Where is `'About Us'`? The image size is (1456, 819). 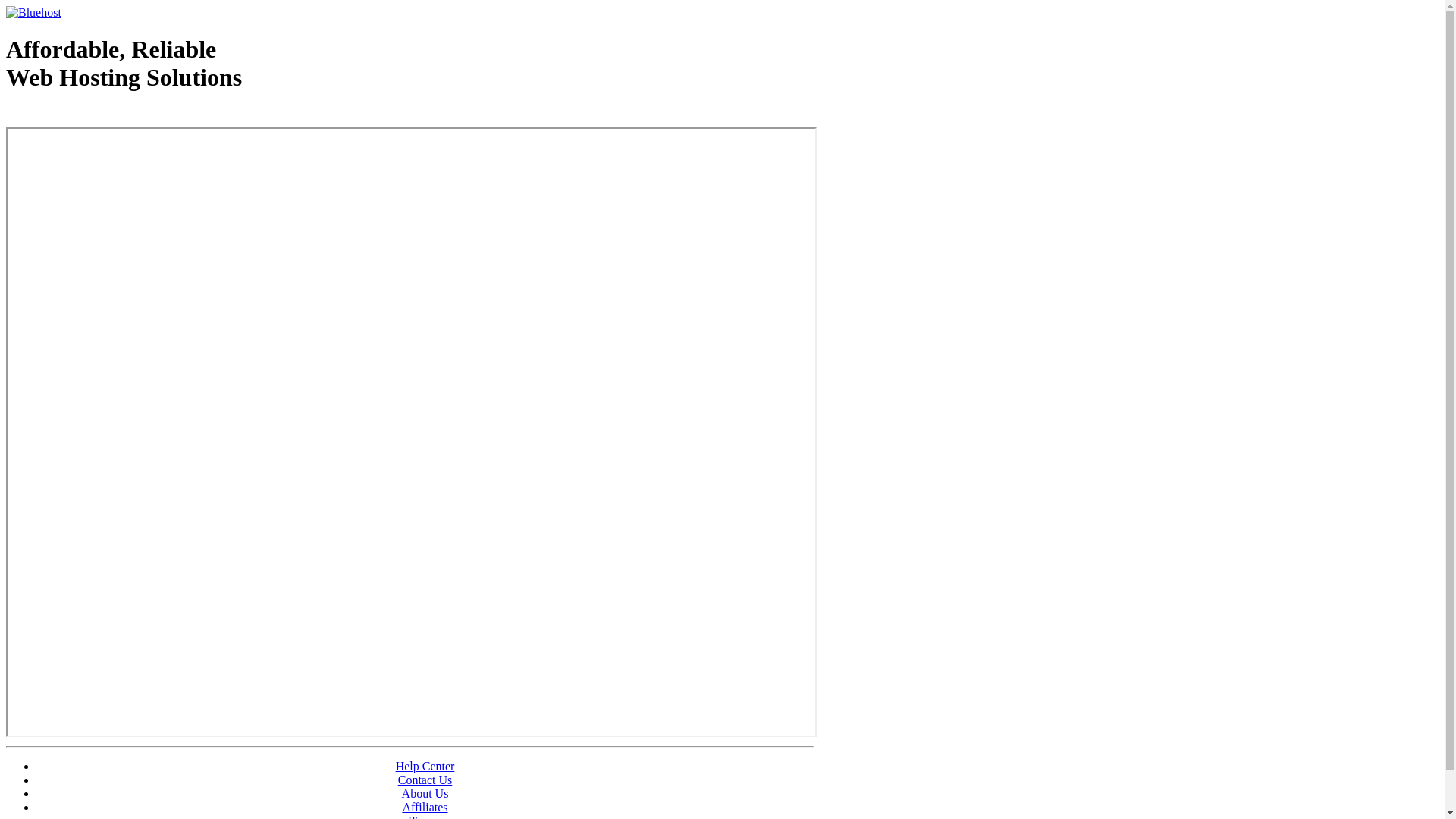
'About Us' is located at coordinates (425, 792).